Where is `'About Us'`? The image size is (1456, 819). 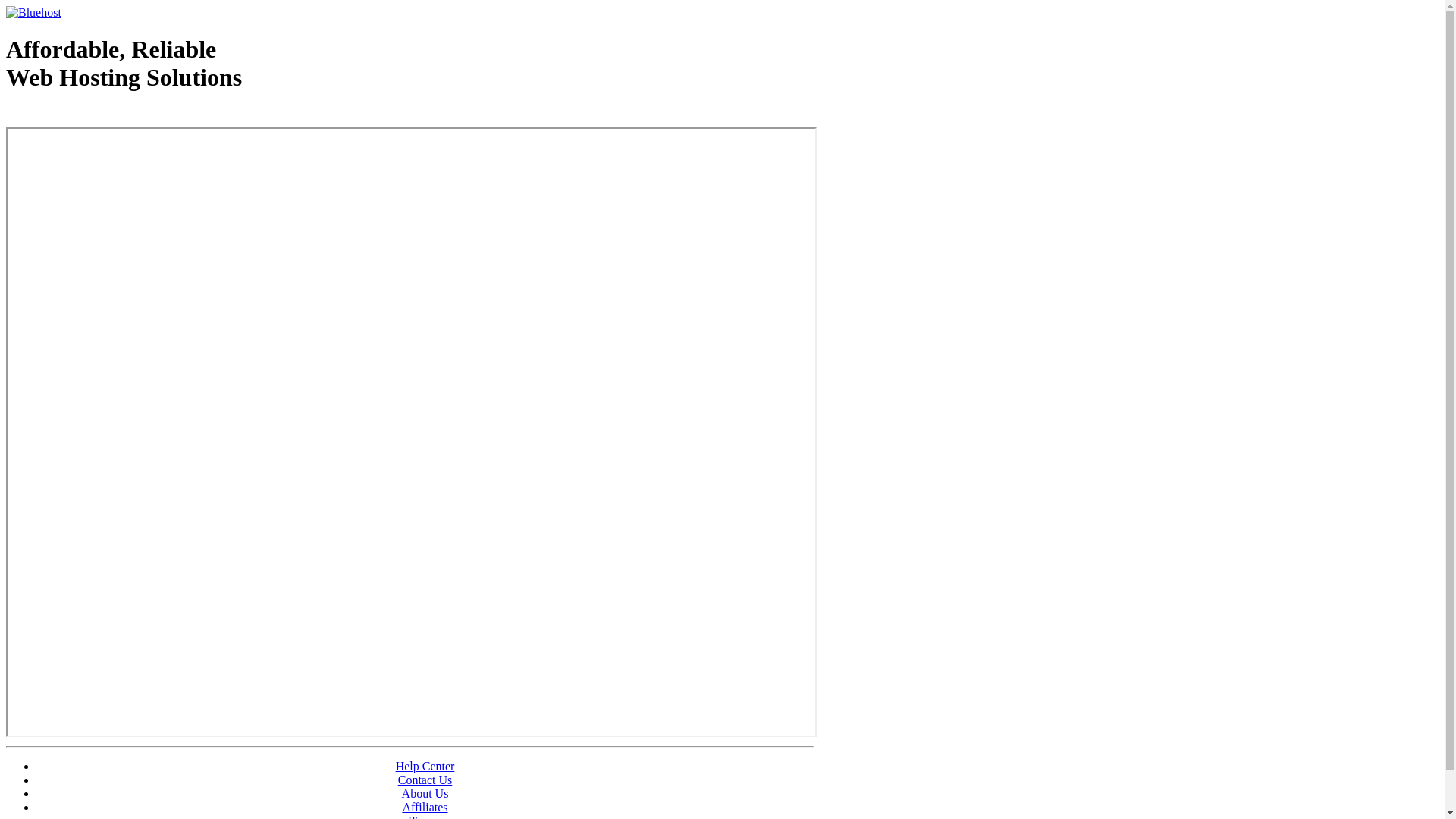
'About Us' is located at coordinates (425, 792).